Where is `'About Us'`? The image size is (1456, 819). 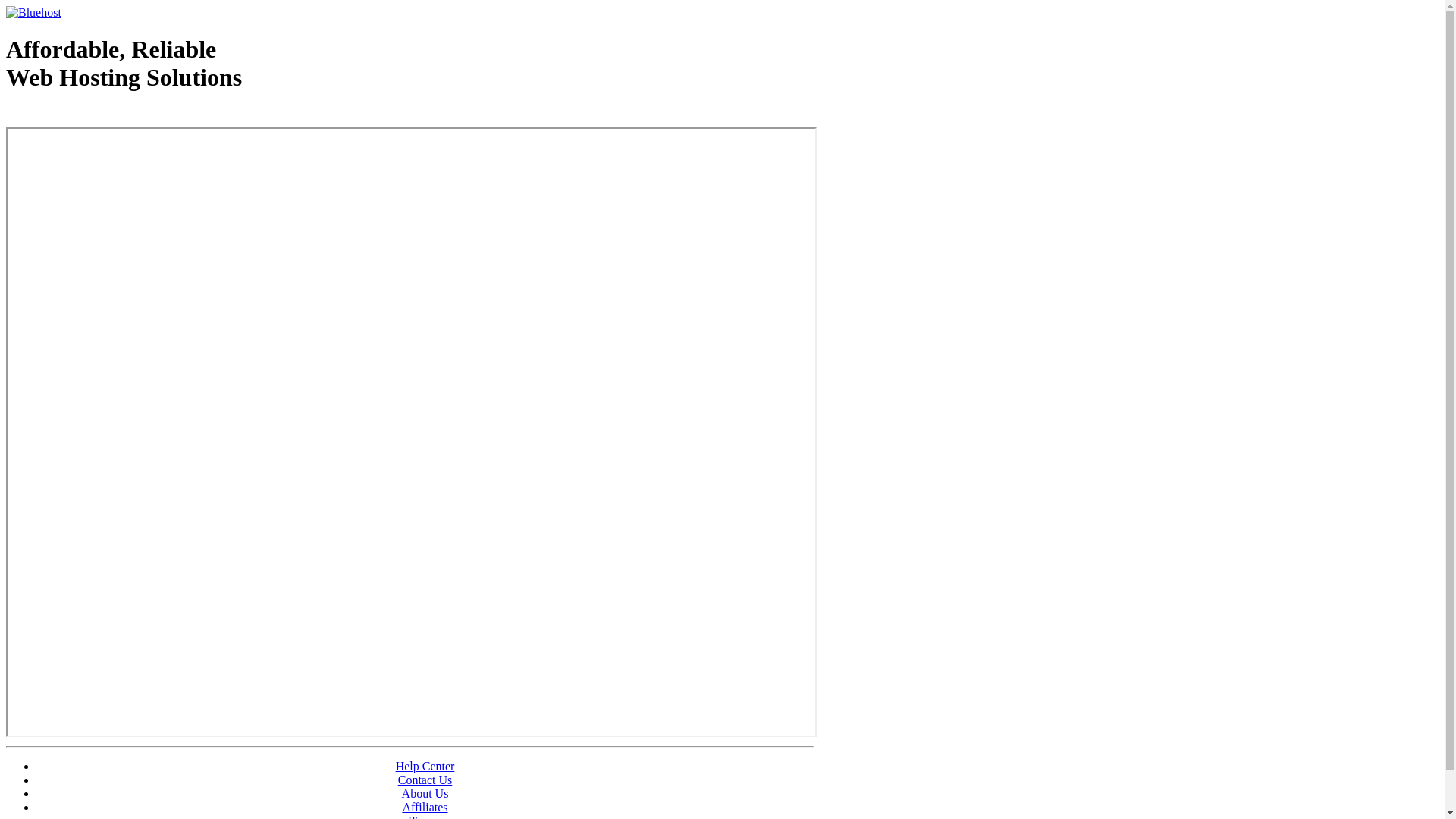
'About Us' is located at coordinates (425, 792).